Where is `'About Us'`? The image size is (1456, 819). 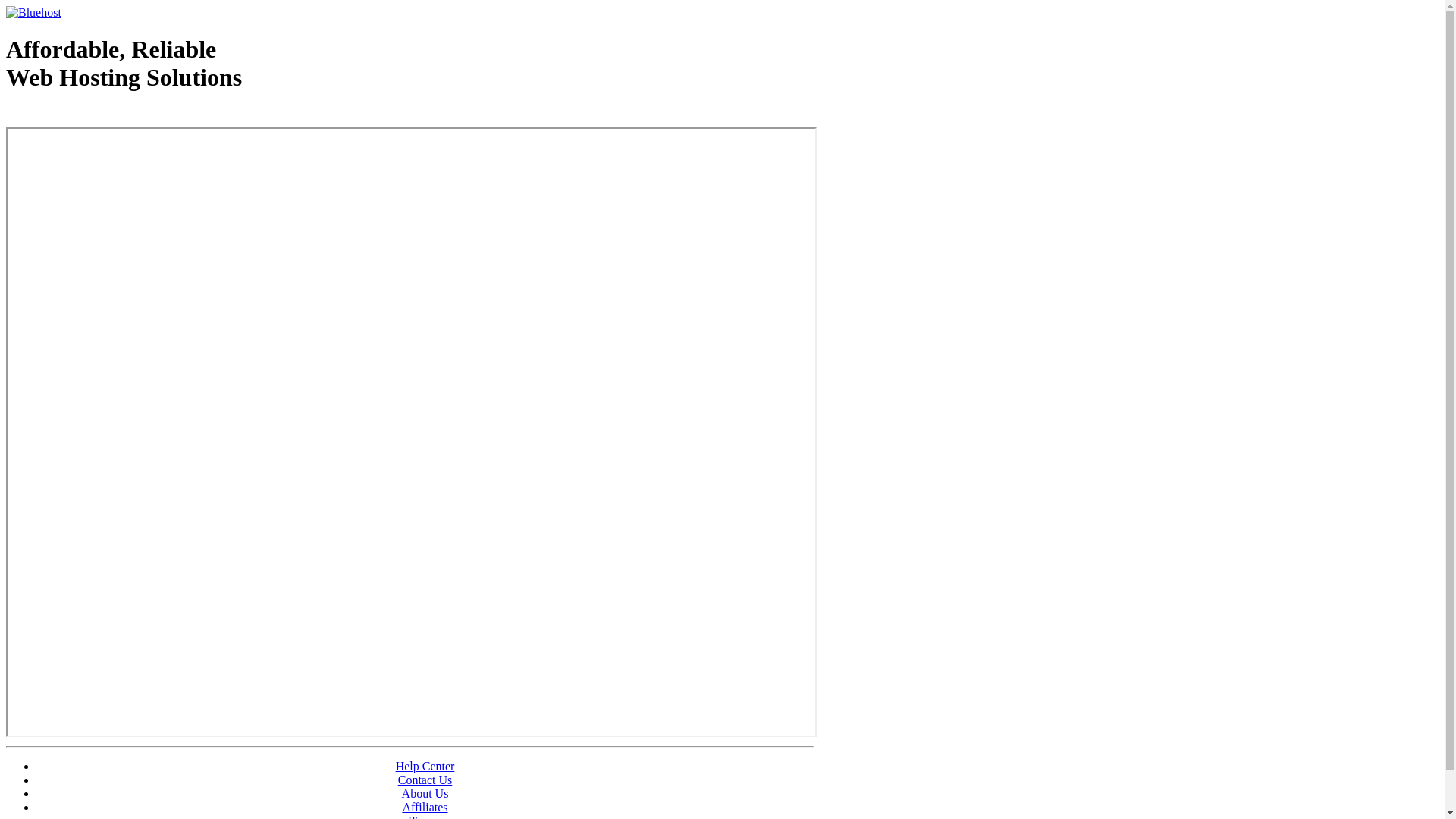
'About Us' is located at coordinates (425, 792).